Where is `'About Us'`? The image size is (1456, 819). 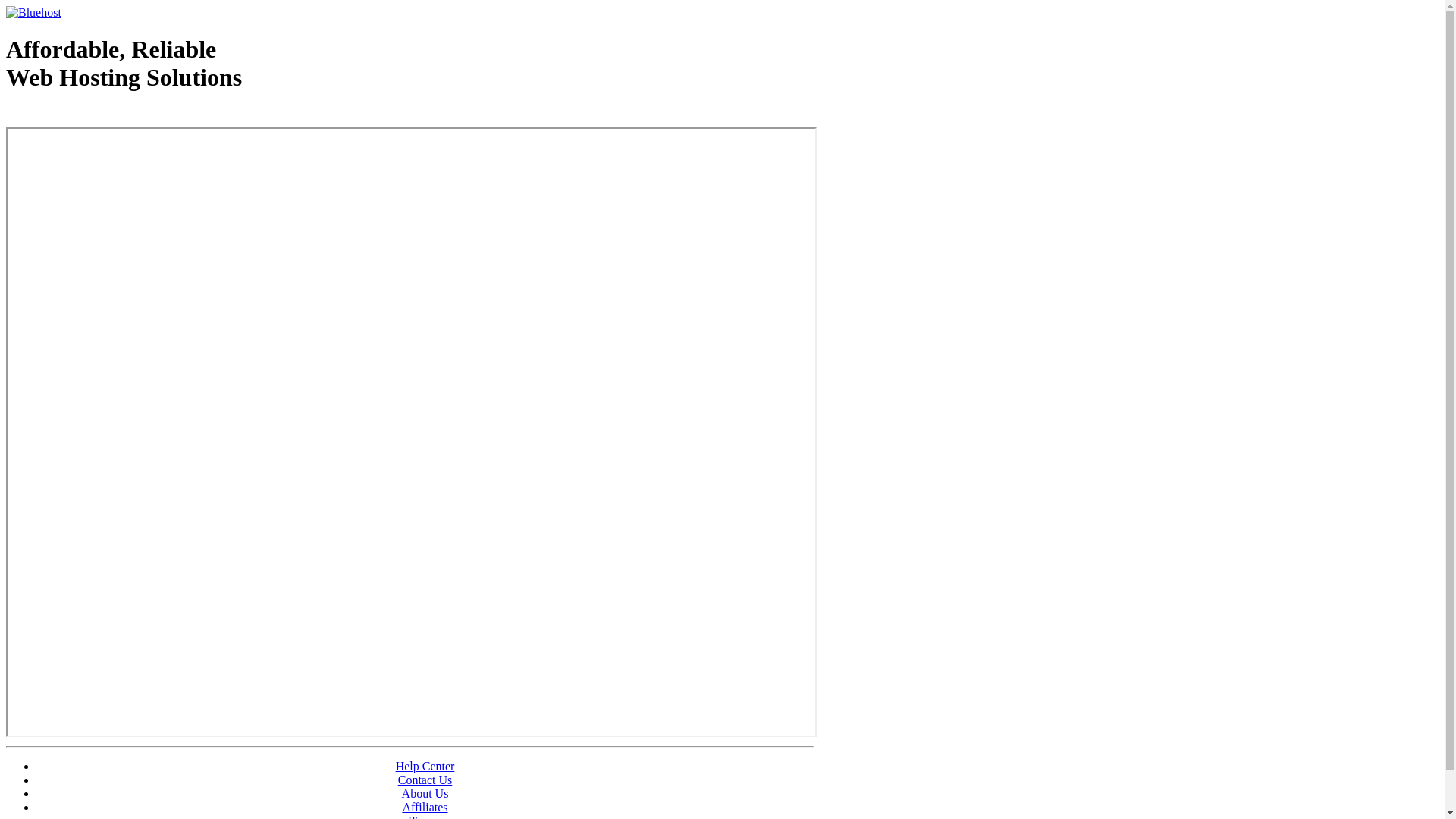
'About Us' is located at coordinates (425, 792).